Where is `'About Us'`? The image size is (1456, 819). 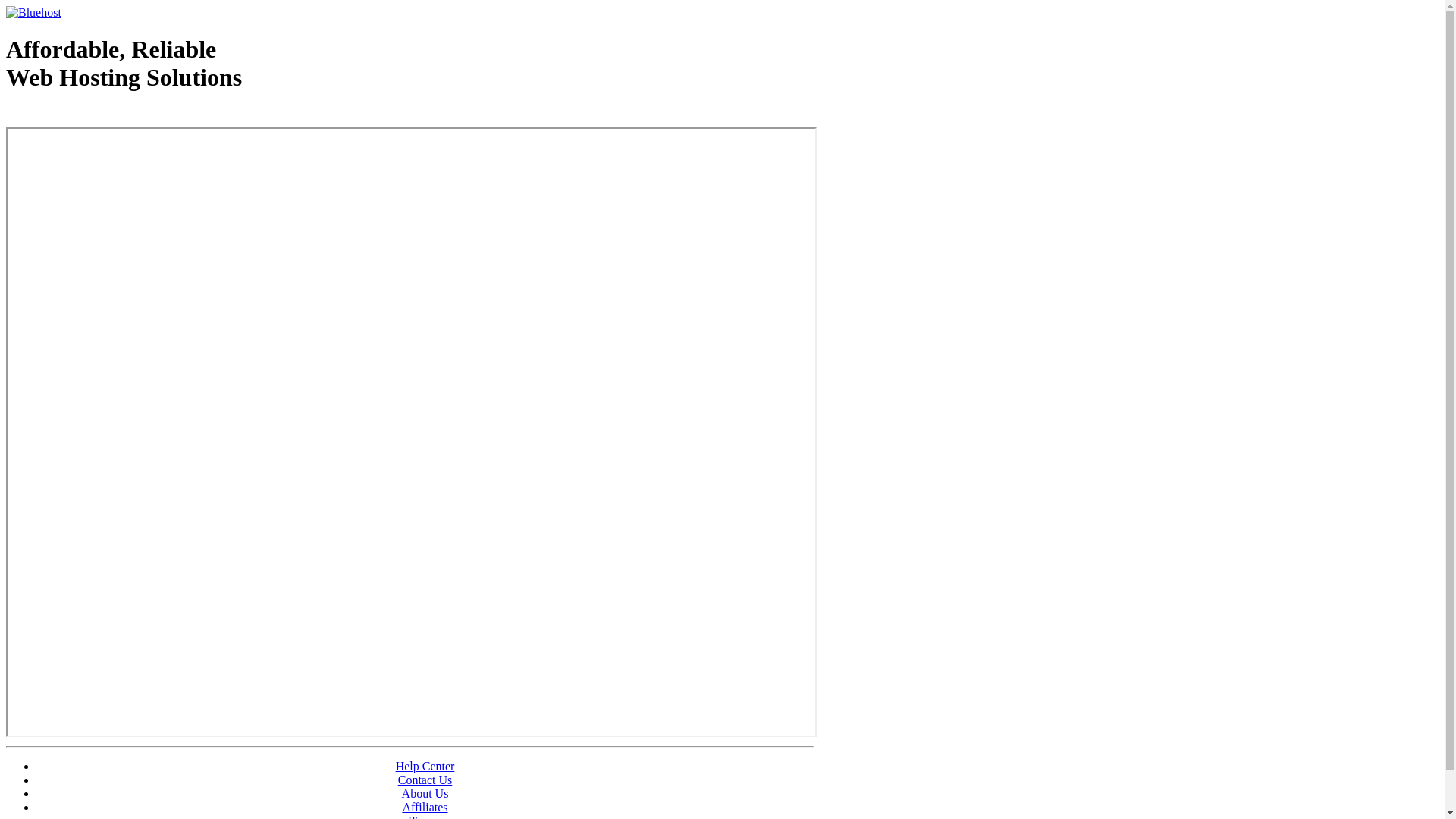
'About Us' is located at coordinates (425, 792).